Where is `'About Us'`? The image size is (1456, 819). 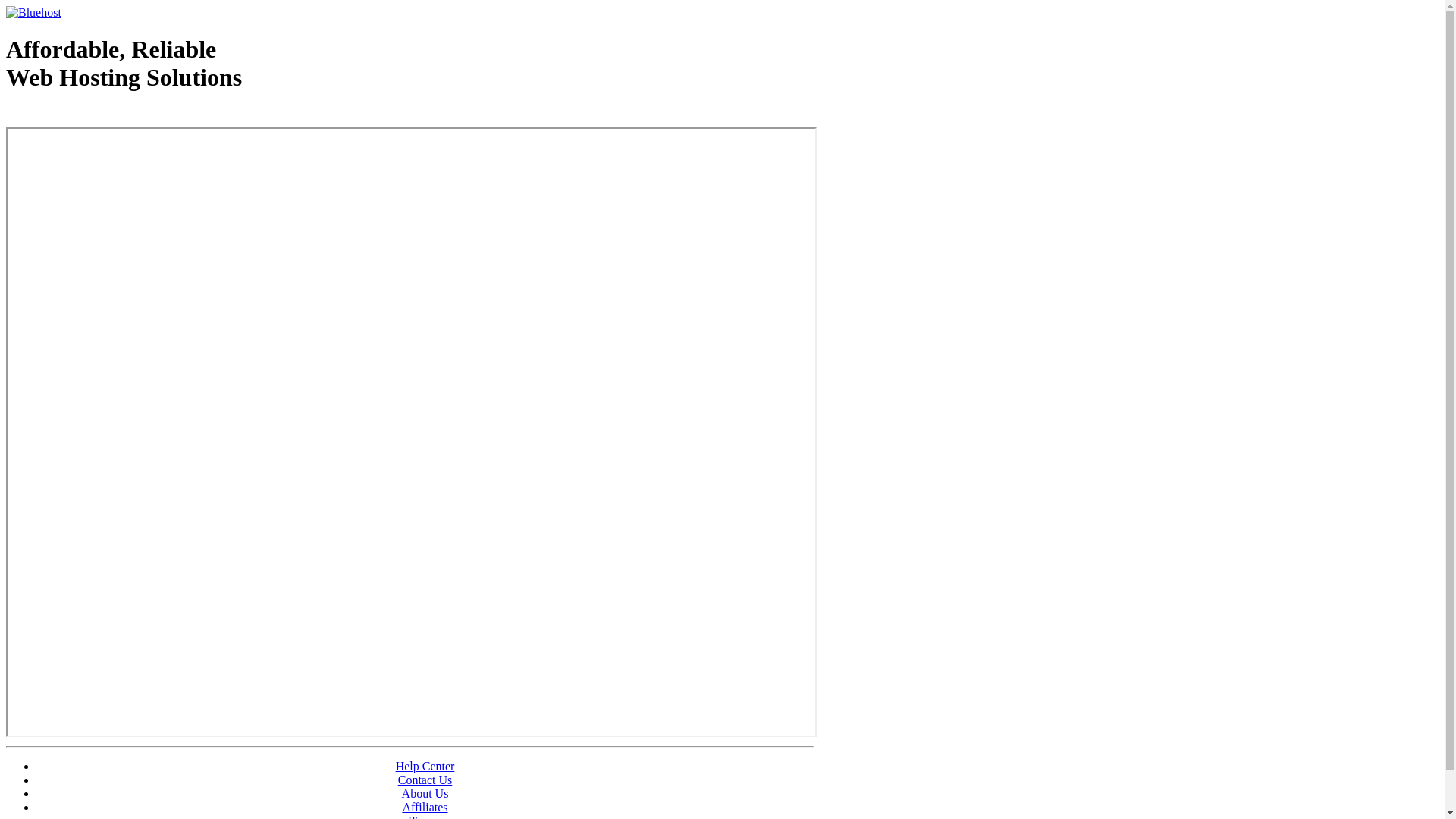
'About Us' is located at coordinates (425, 792).